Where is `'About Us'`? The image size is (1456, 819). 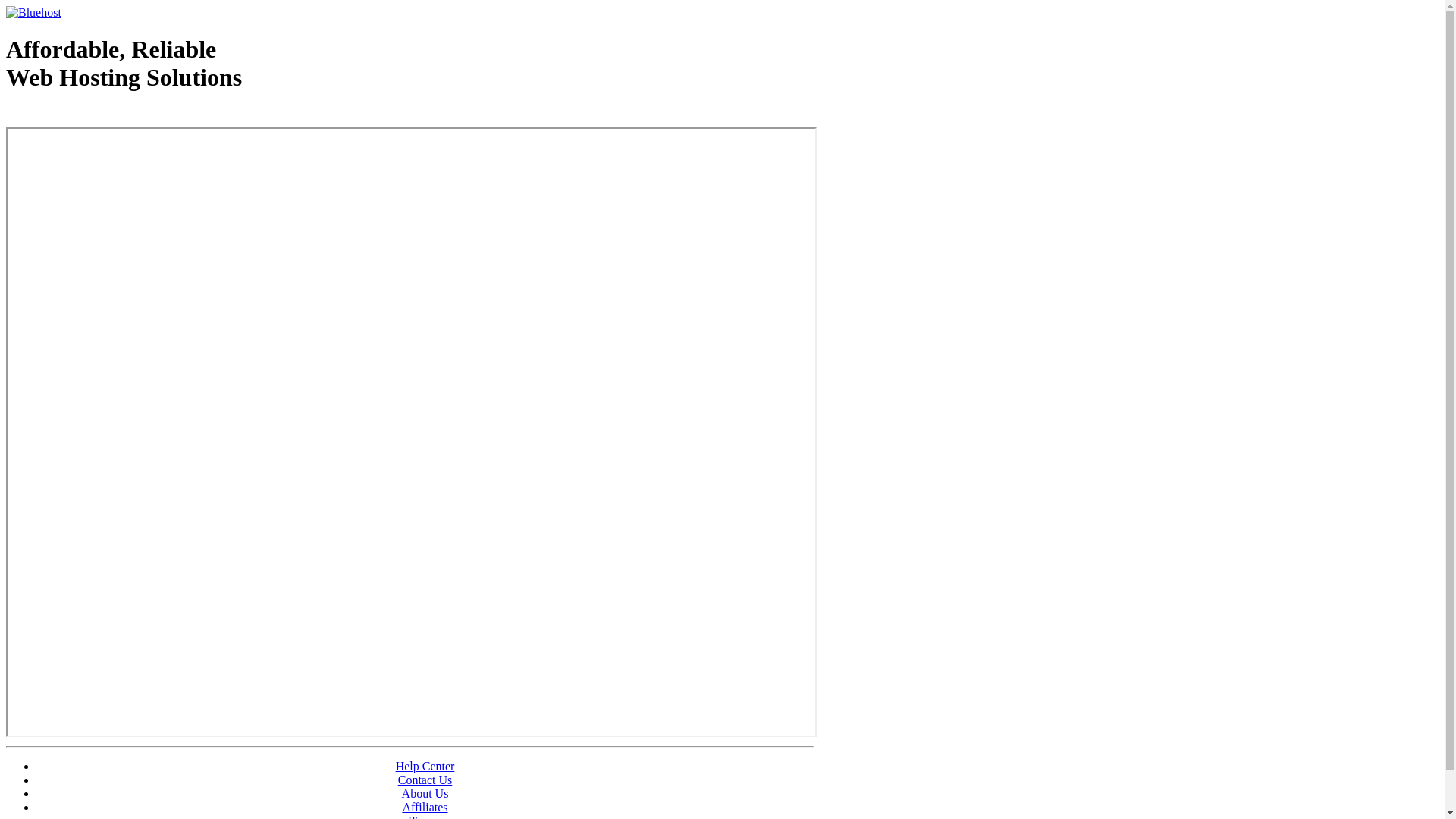
'About Us' is located at coordinates (425, 792).